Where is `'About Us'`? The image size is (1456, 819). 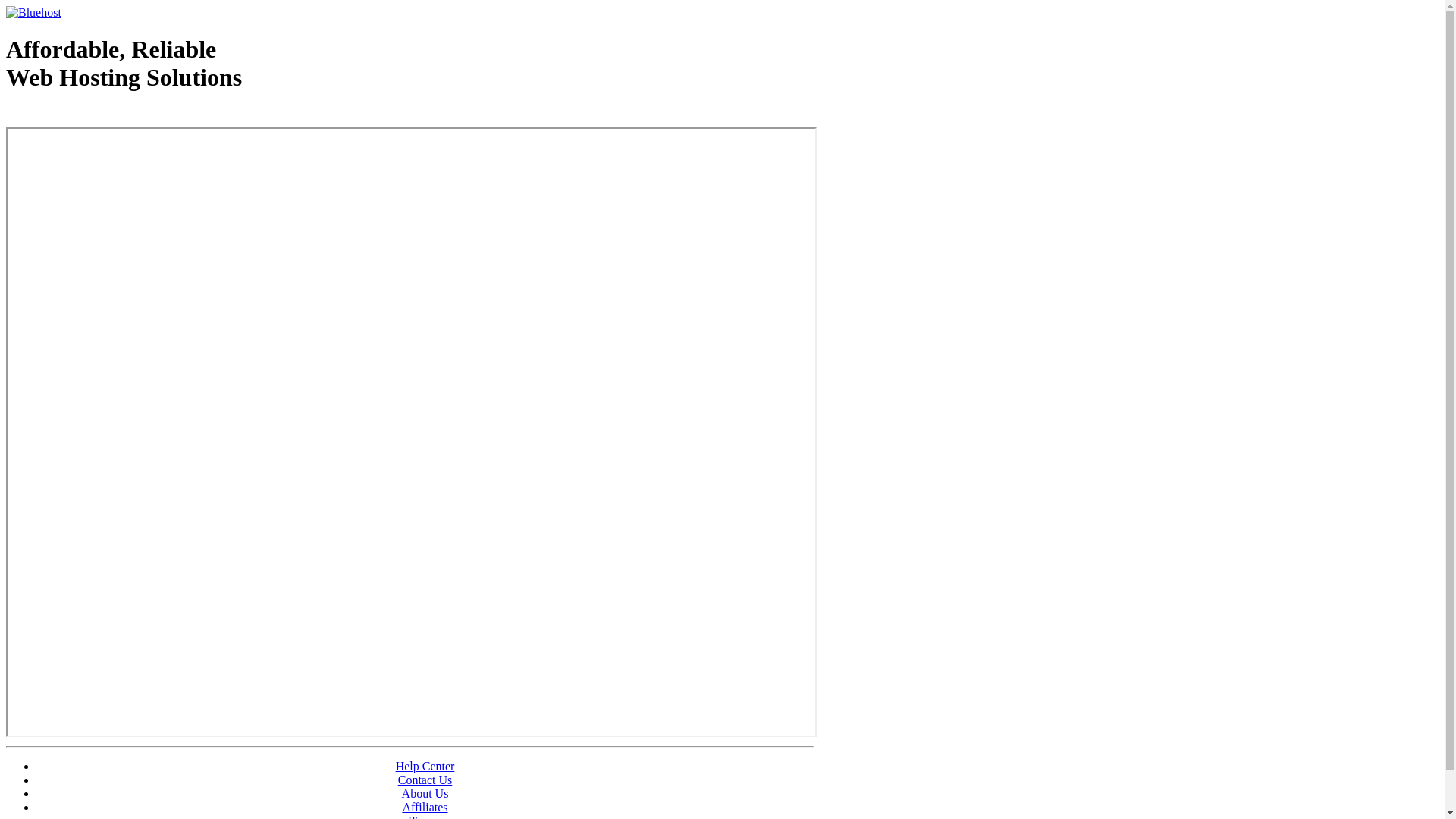
'About Us' is located at coordinates (425, 792).